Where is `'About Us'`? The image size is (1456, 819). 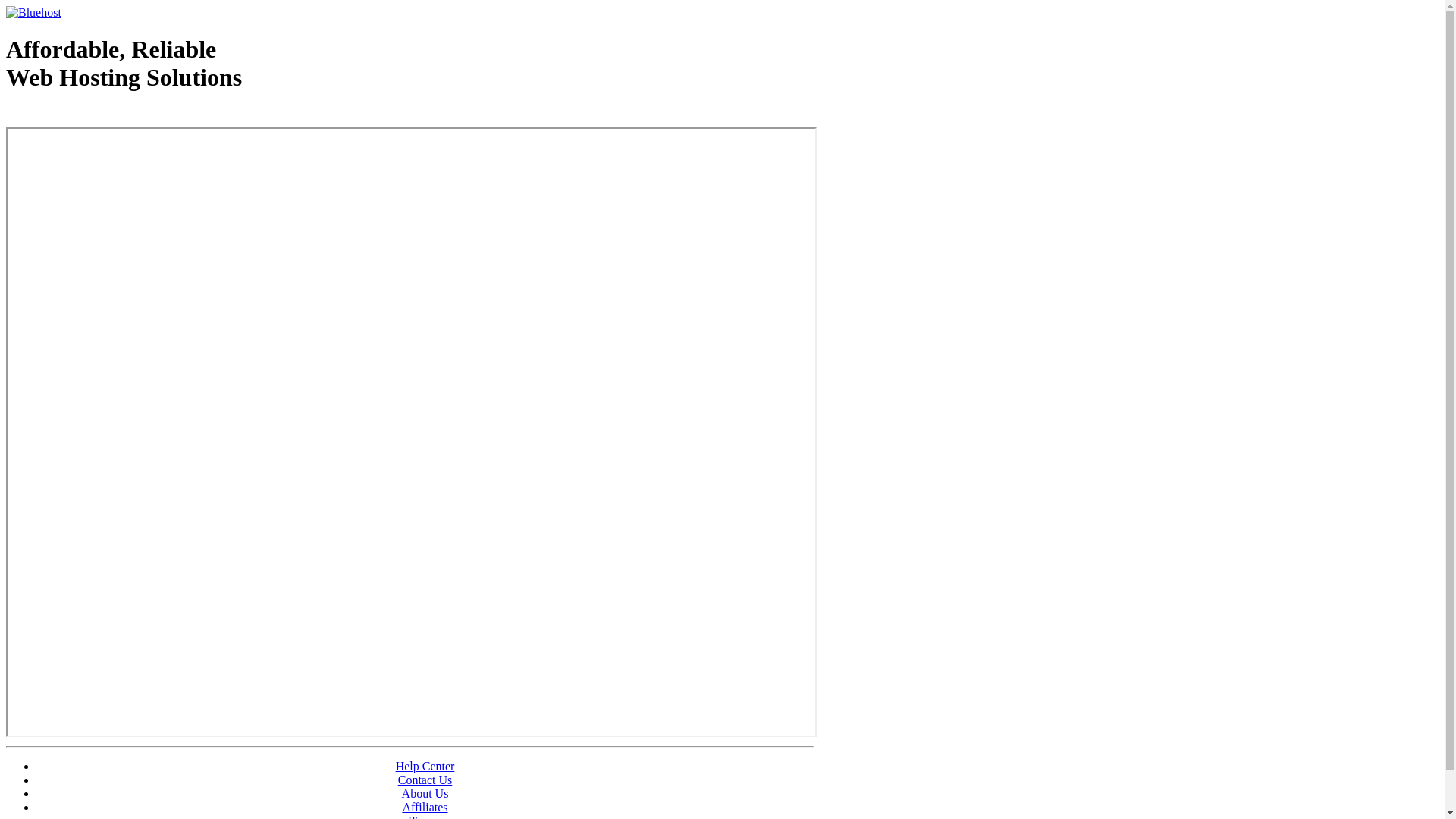
'About Us' is located at coordinates (425, 792).